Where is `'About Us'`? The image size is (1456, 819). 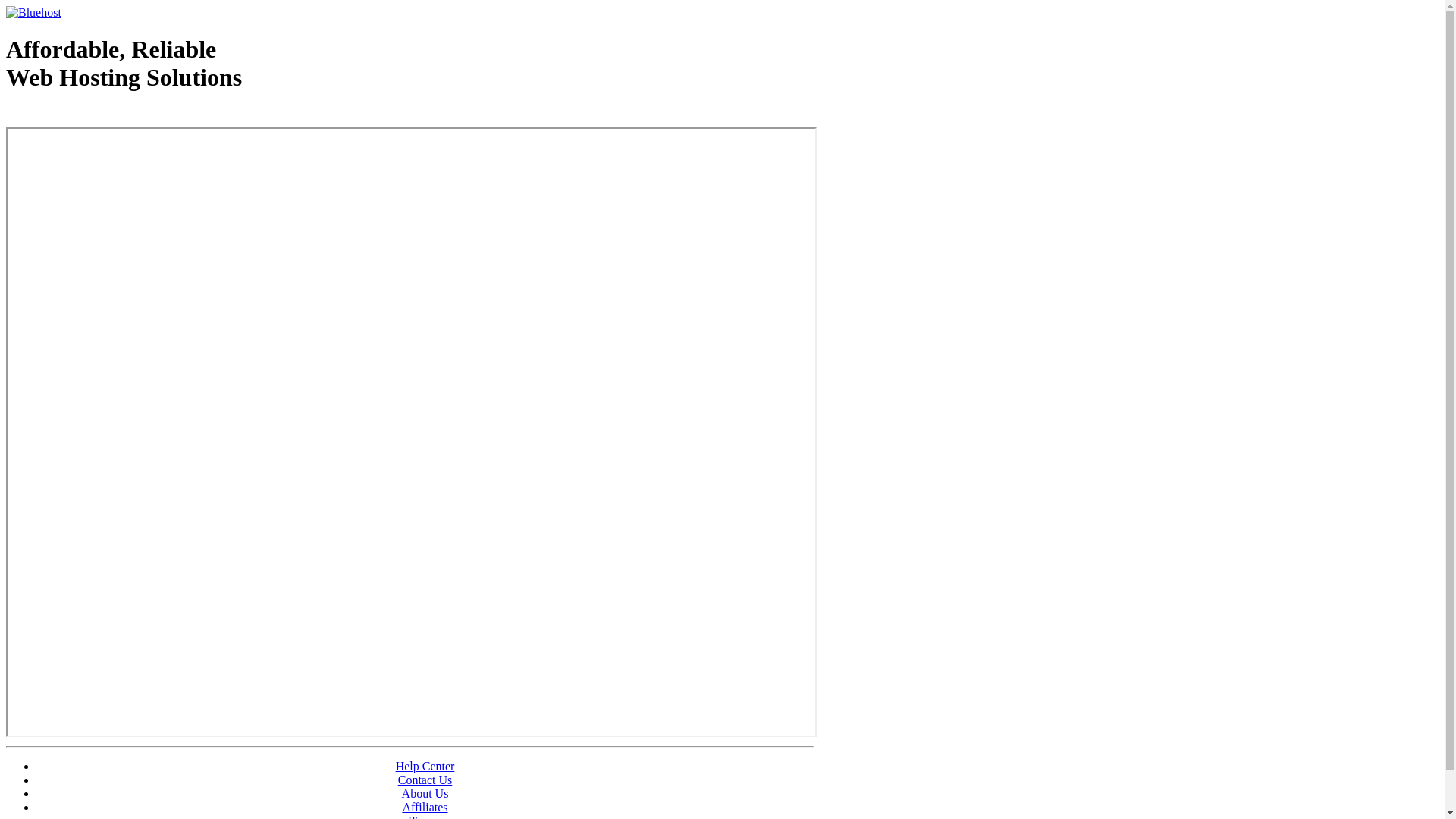
'About Us' is located at coordinates (425, 792).